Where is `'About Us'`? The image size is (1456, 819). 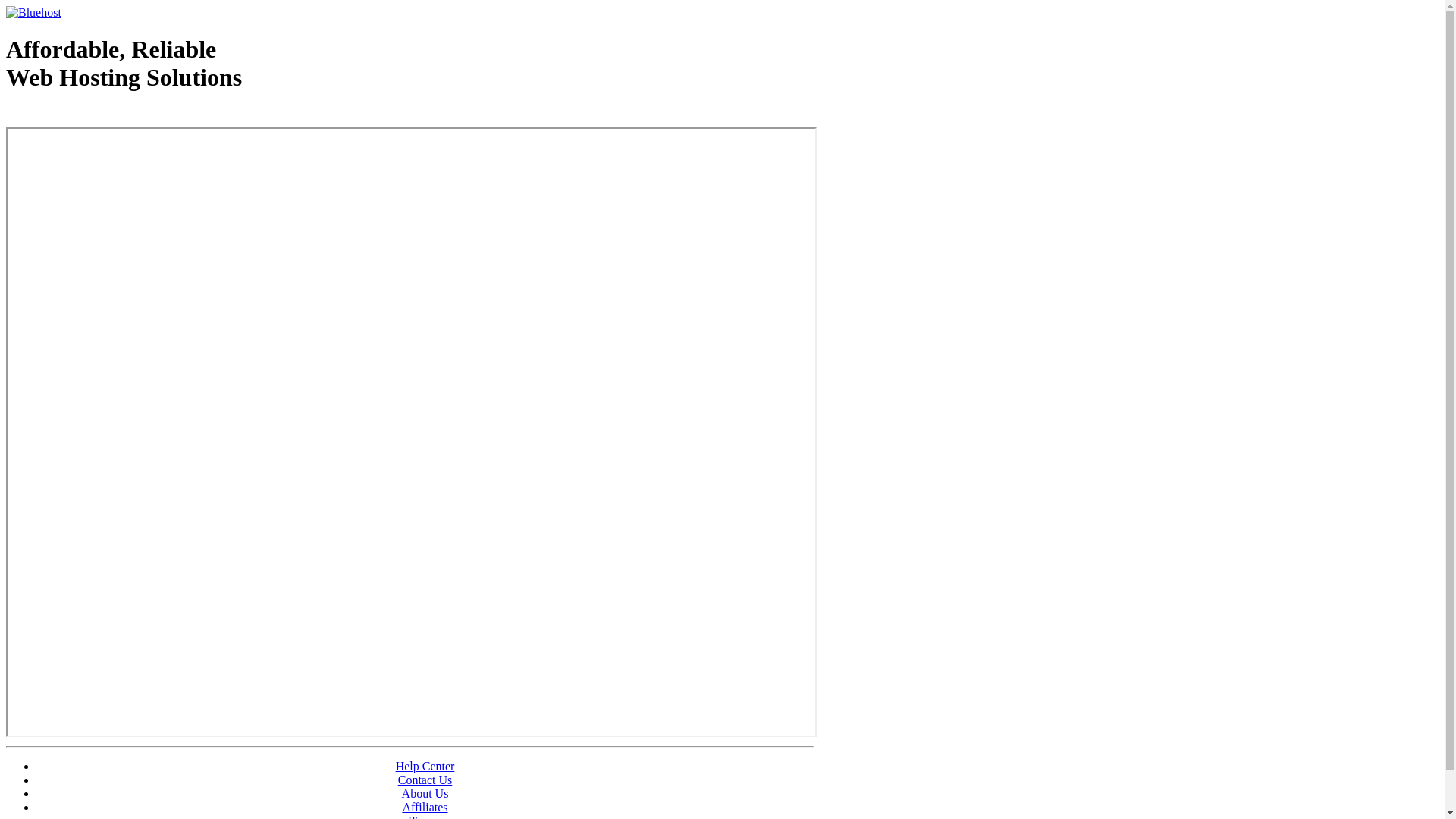
'About Us' is located at coordinates (425, 792).